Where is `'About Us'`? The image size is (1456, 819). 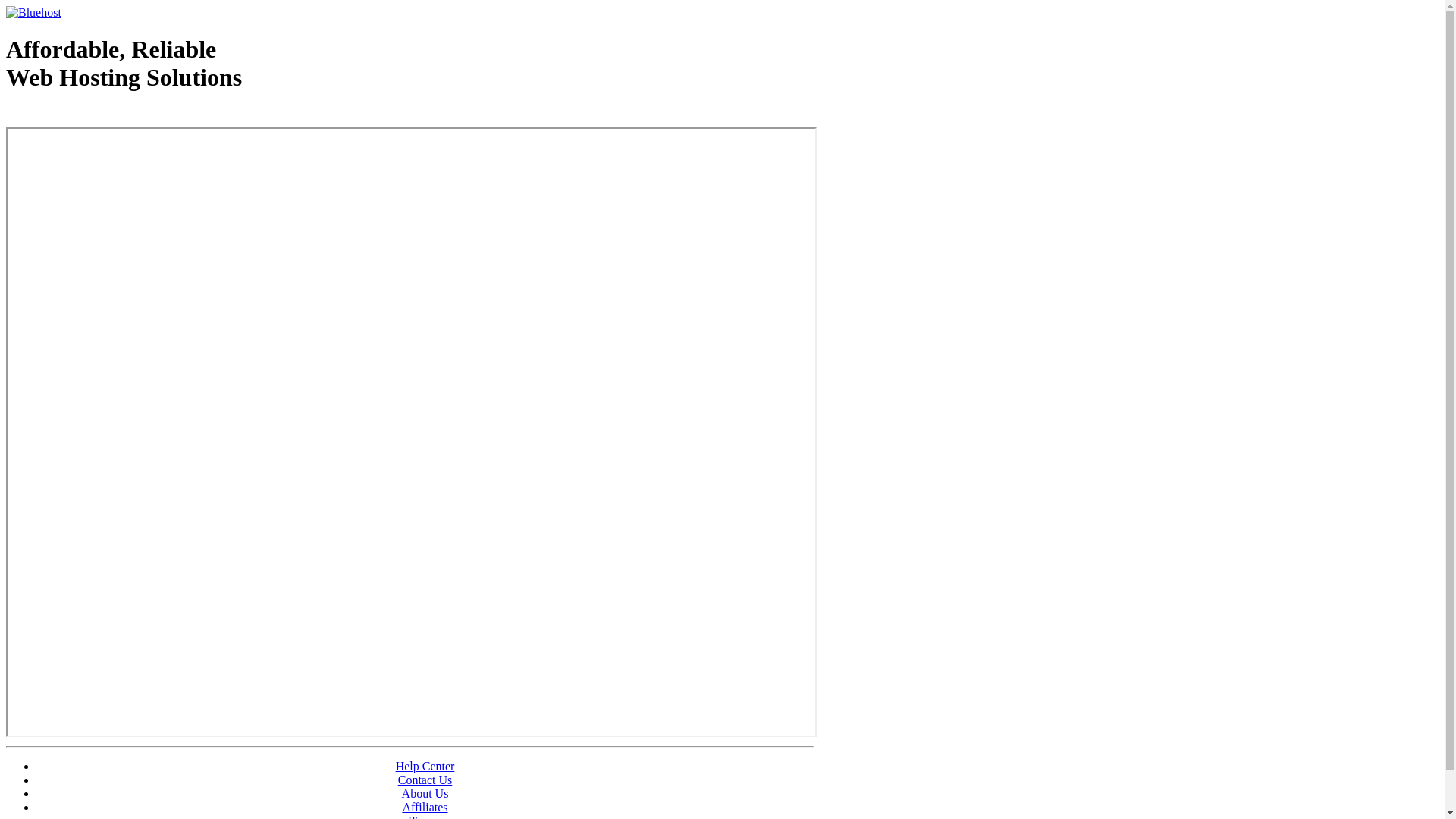
'About Us' is located at coordinates (425, 792).